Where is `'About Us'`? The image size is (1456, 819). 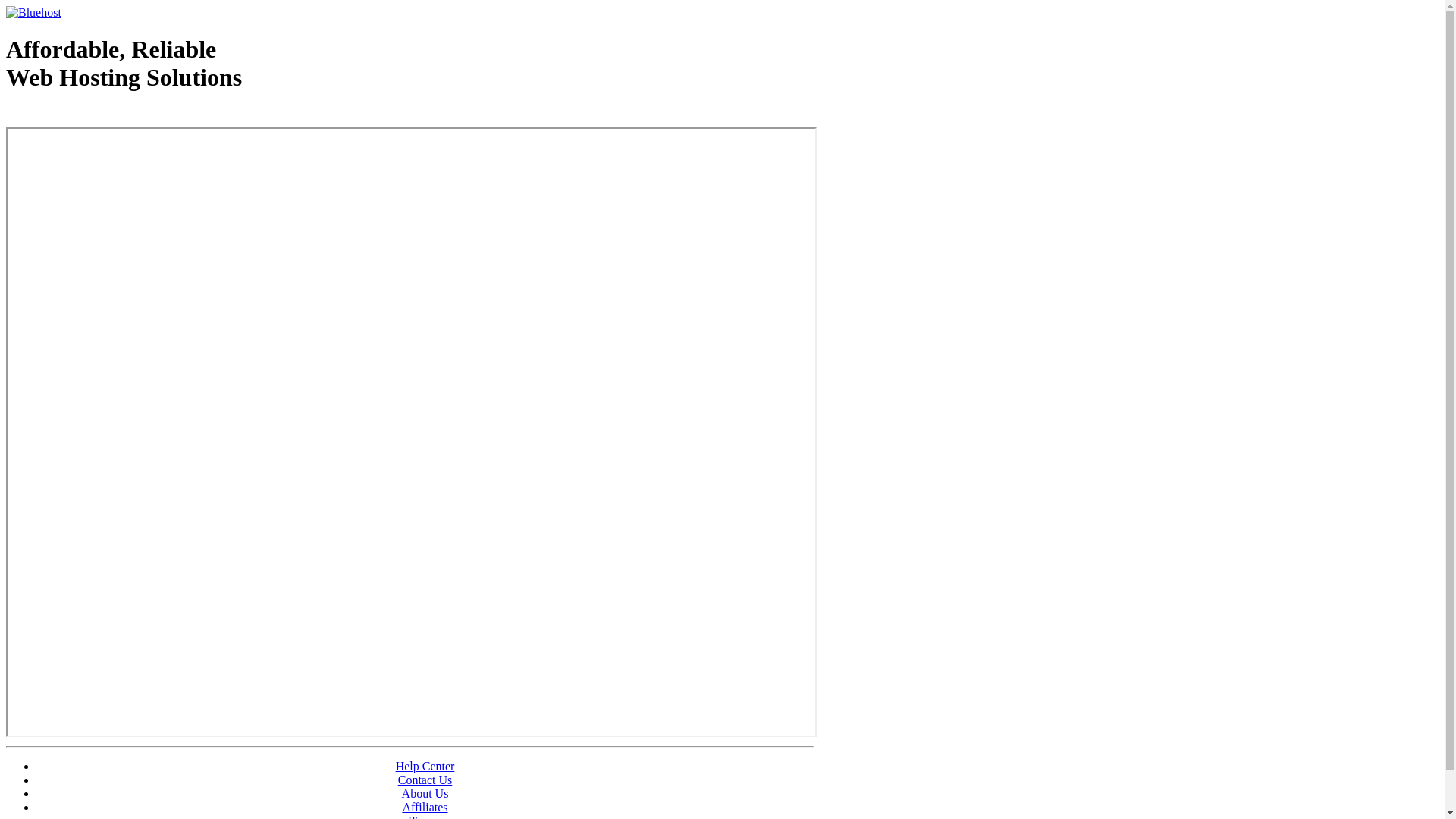
'About Us' is located at coordinates (425, 792).